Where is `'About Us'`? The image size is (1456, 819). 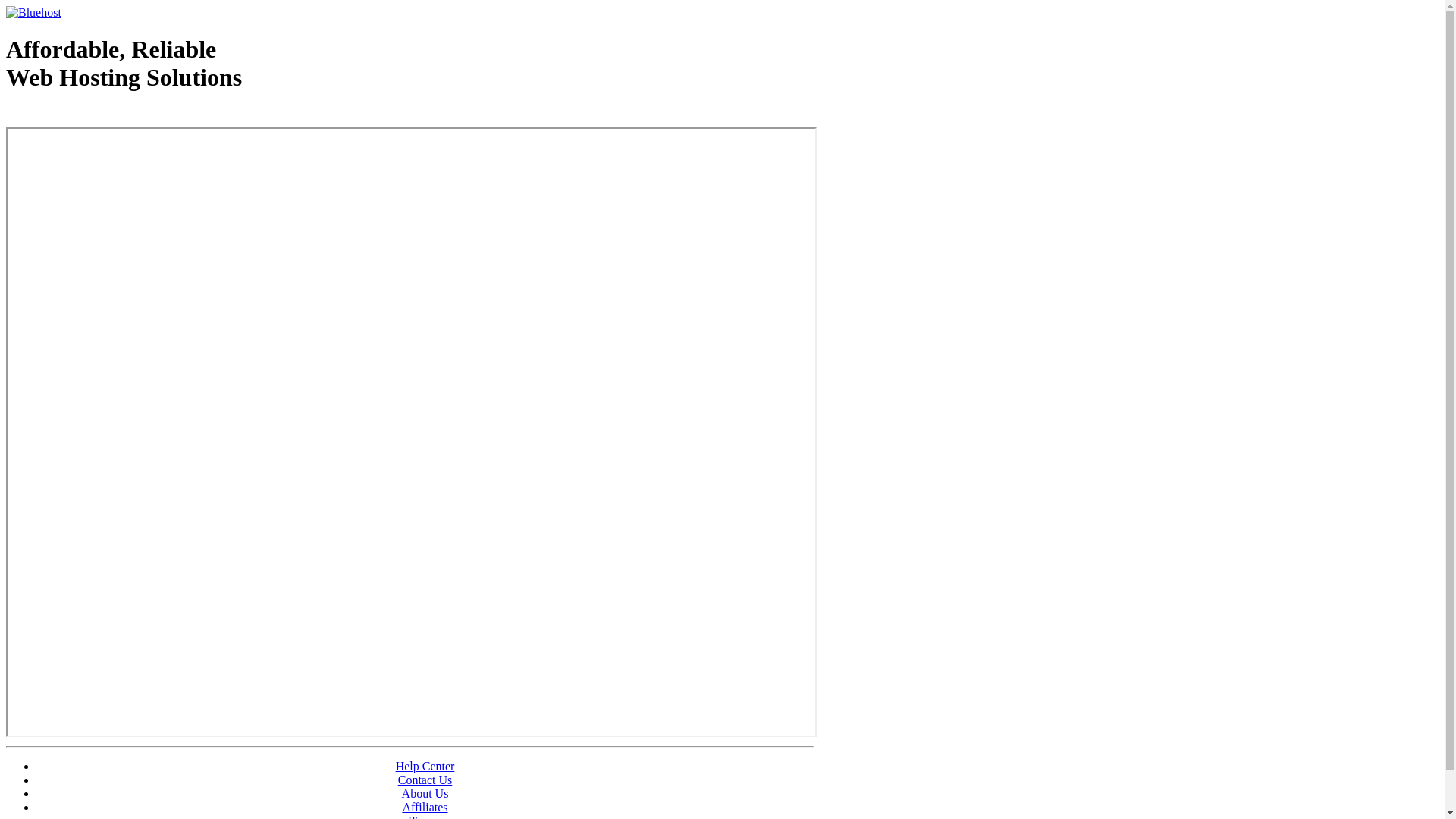
'About Us' is located at coordinates (425, 792).